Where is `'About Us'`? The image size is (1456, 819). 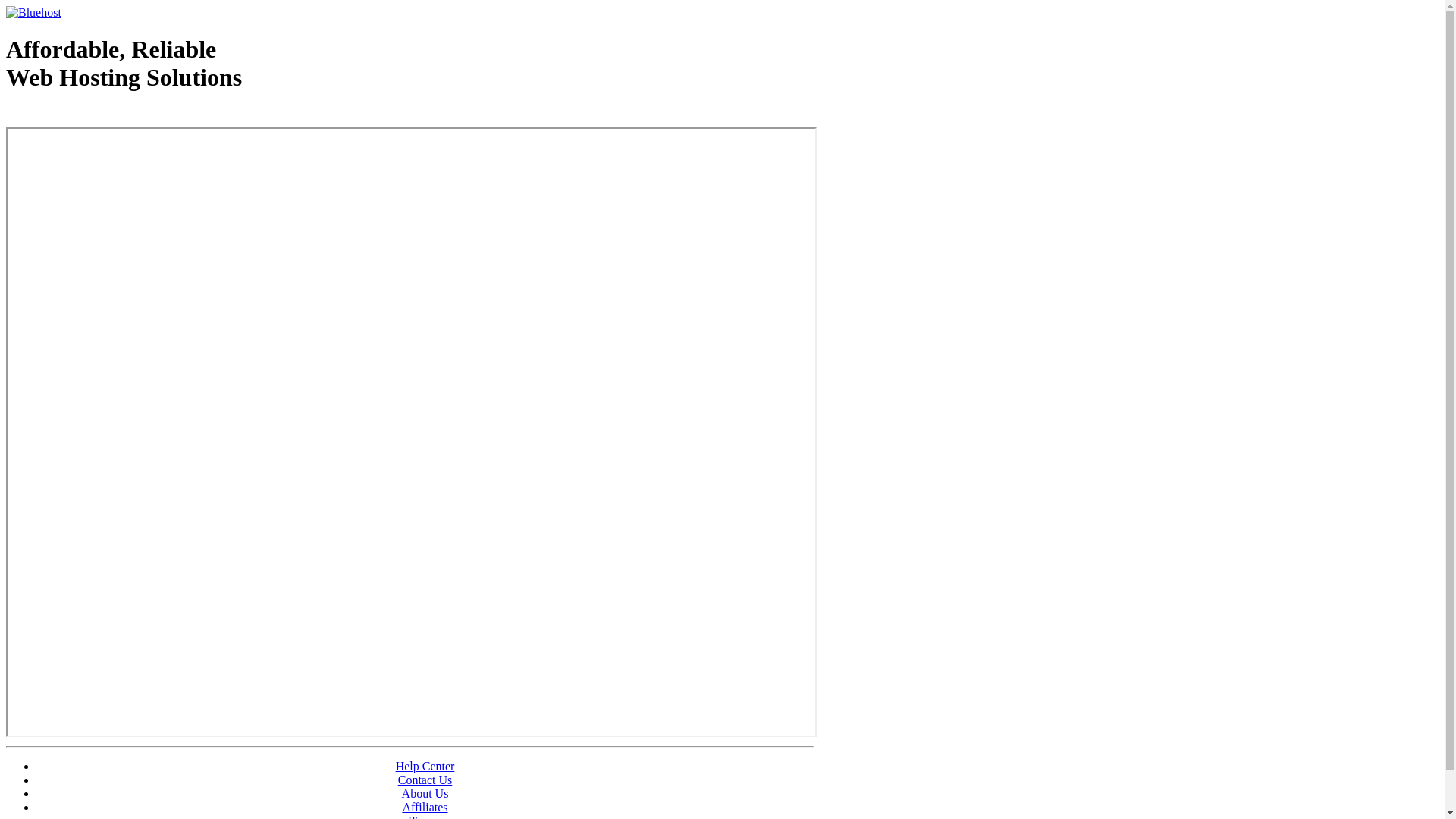
'About Us' is located at coordinates (425, 792).